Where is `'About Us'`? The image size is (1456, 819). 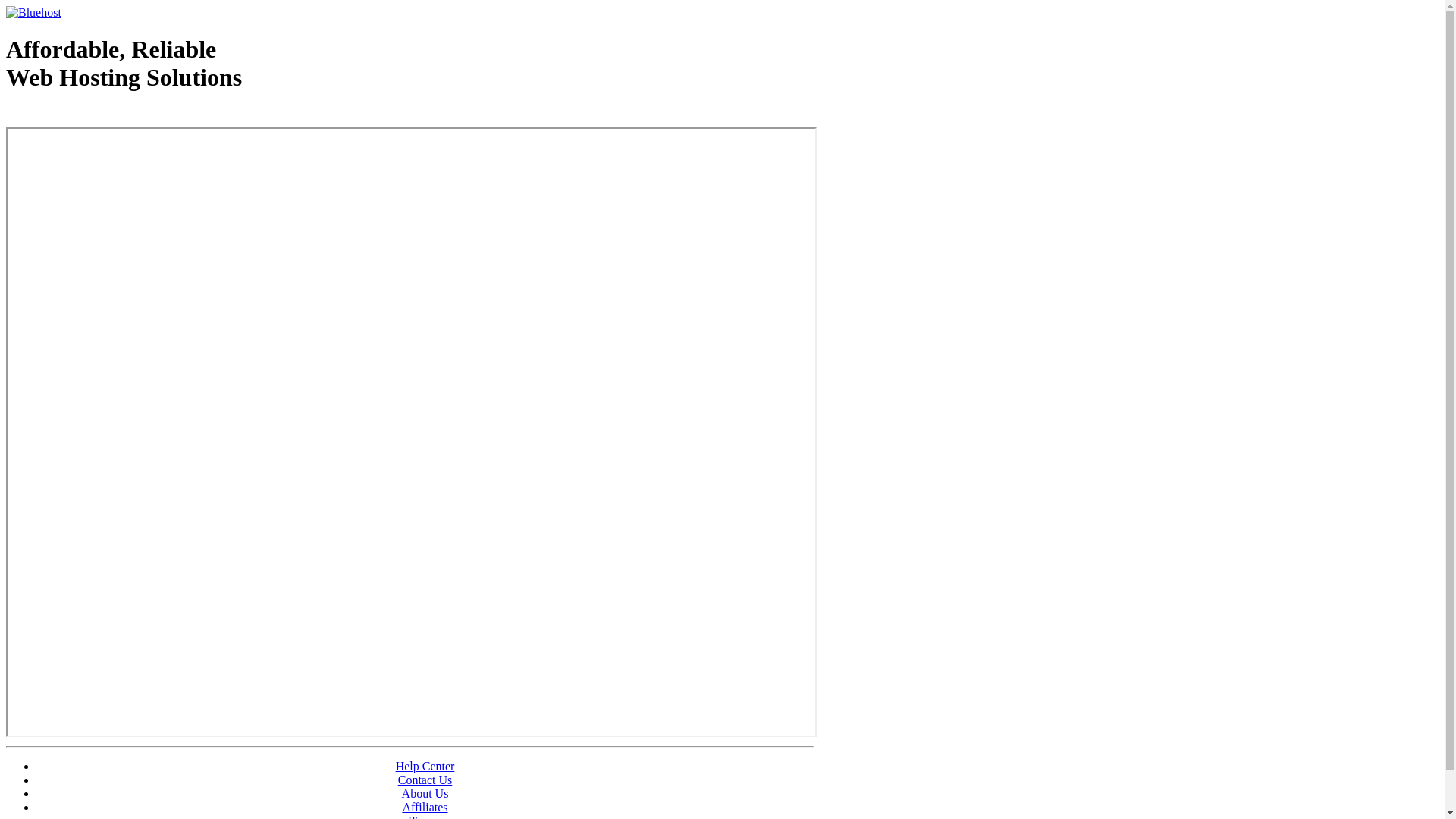
'About Us' is located at coordinates (425, 792).